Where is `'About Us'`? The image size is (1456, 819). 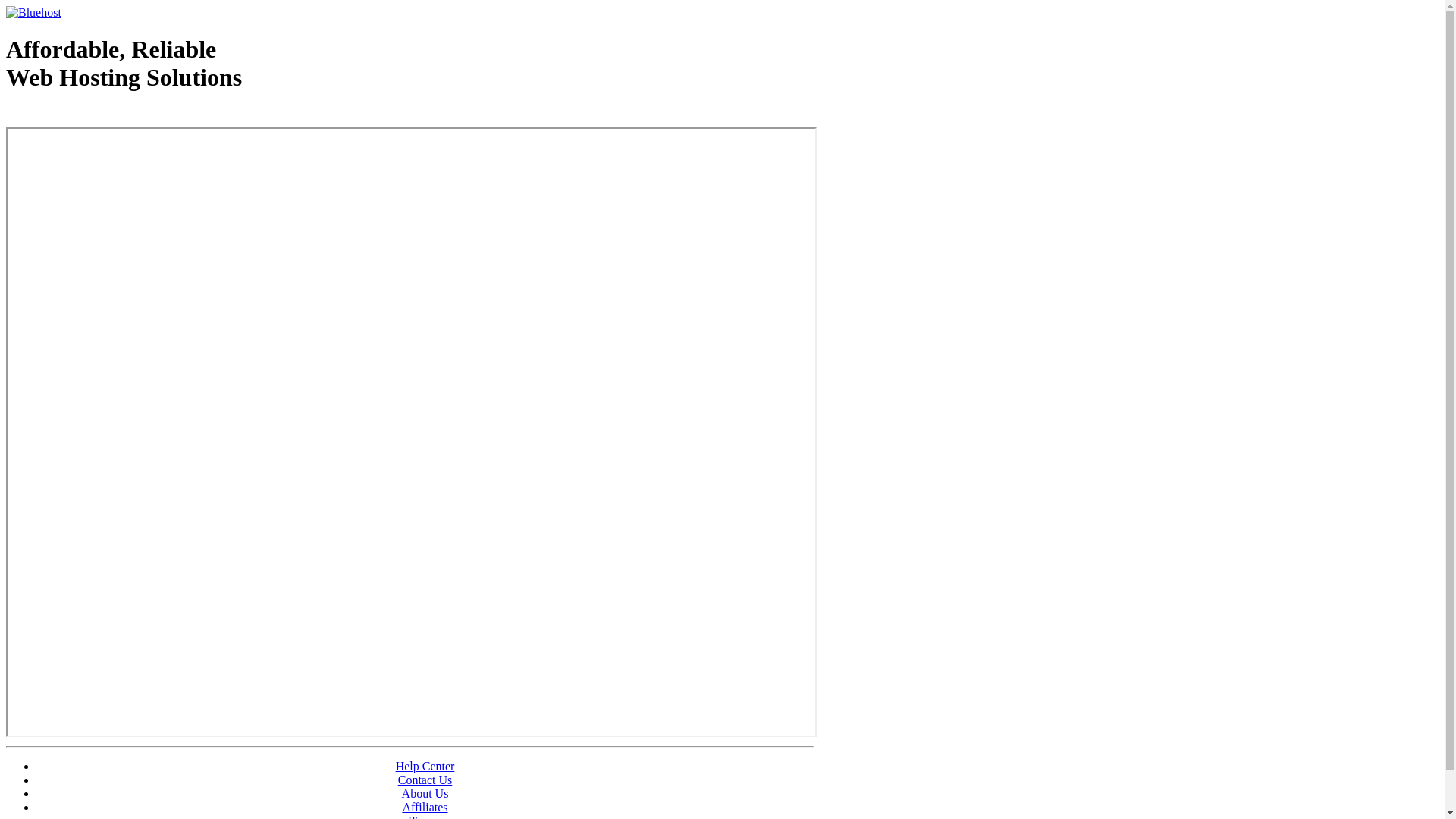
'About Us' is located at coordinates (425, 792).